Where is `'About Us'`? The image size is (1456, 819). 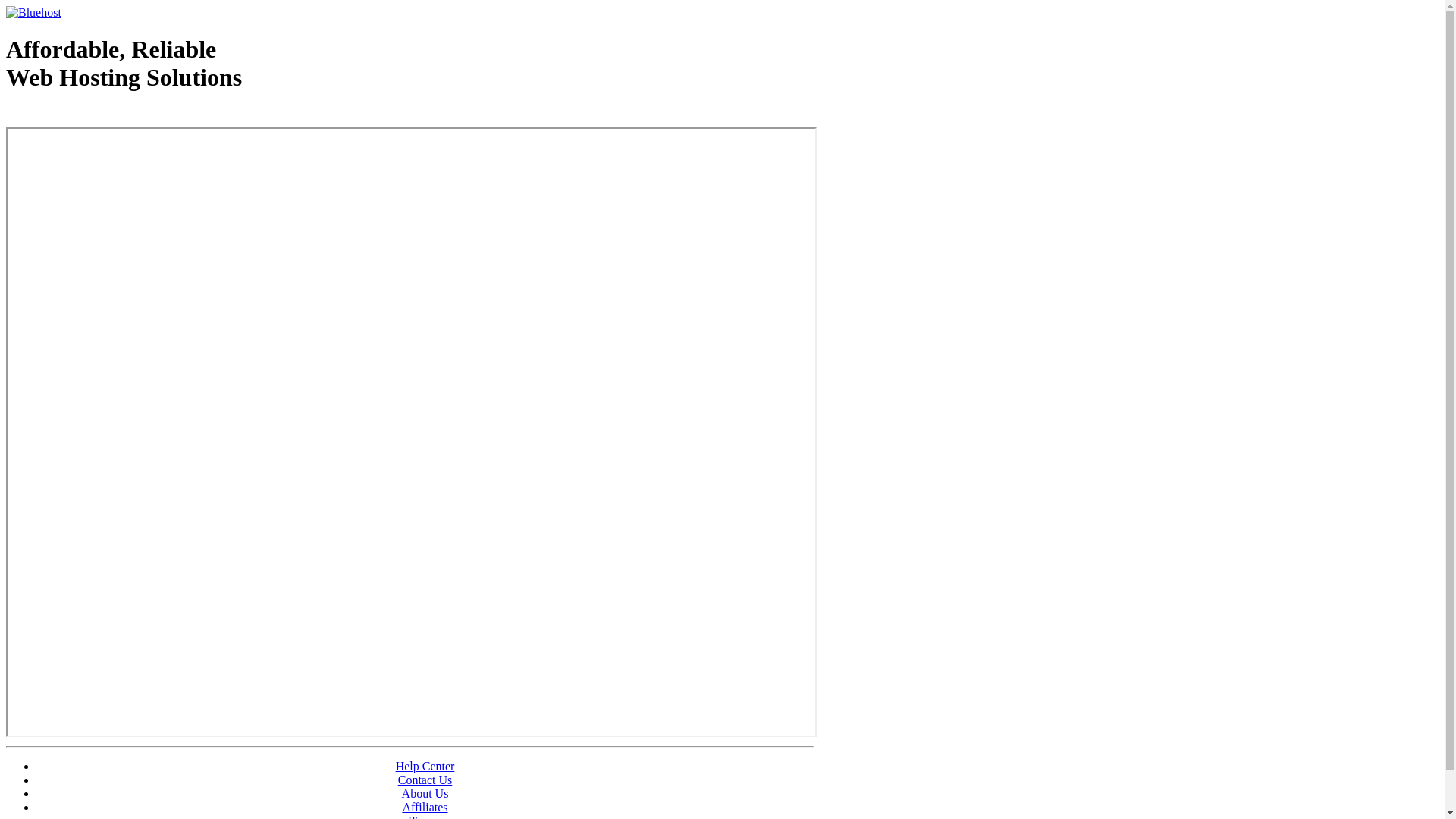
'About Us' is located at coordinates (425, 792).